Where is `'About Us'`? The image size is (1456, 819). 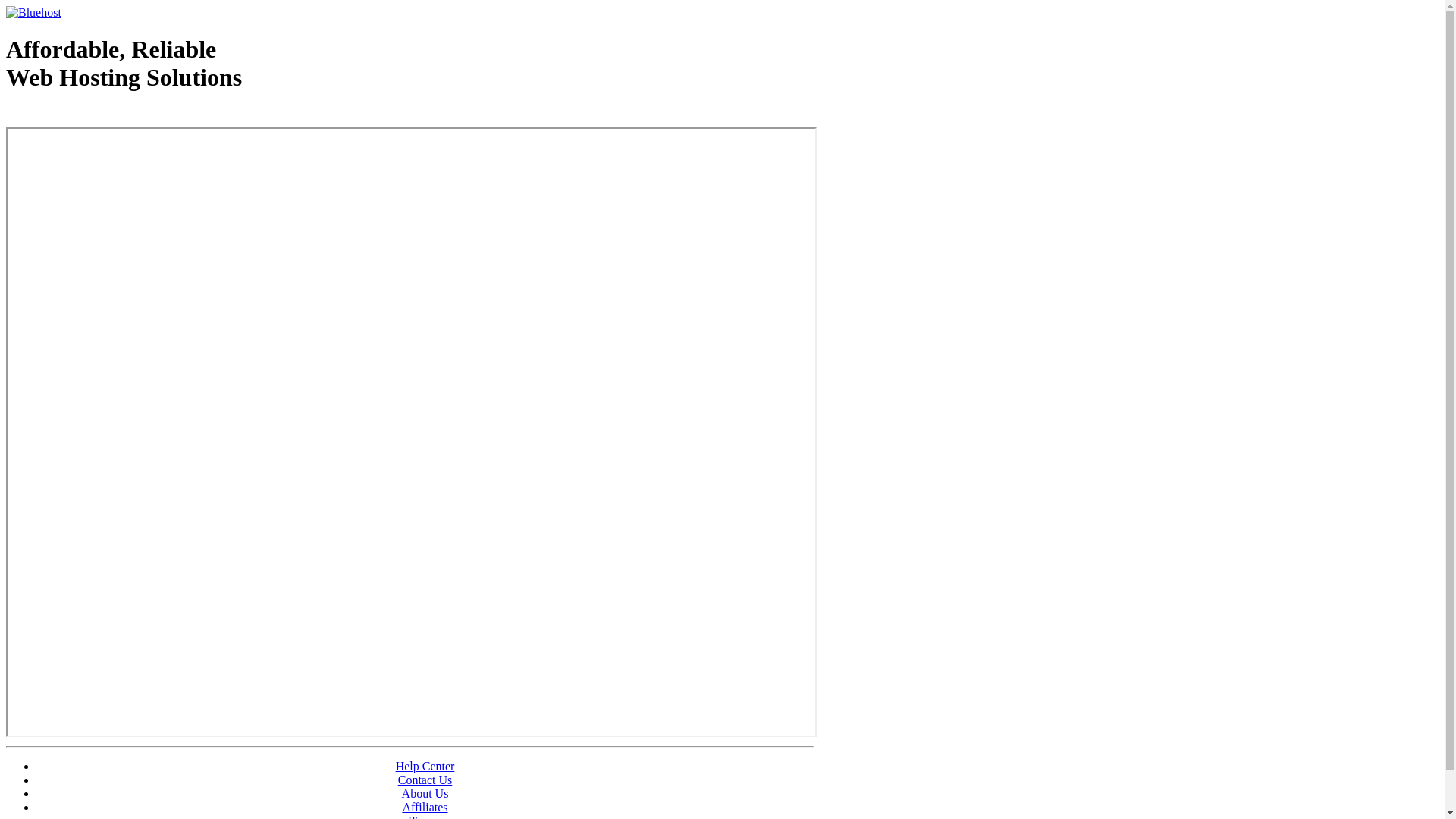
'About Us' is located at coordinates (425, 792).